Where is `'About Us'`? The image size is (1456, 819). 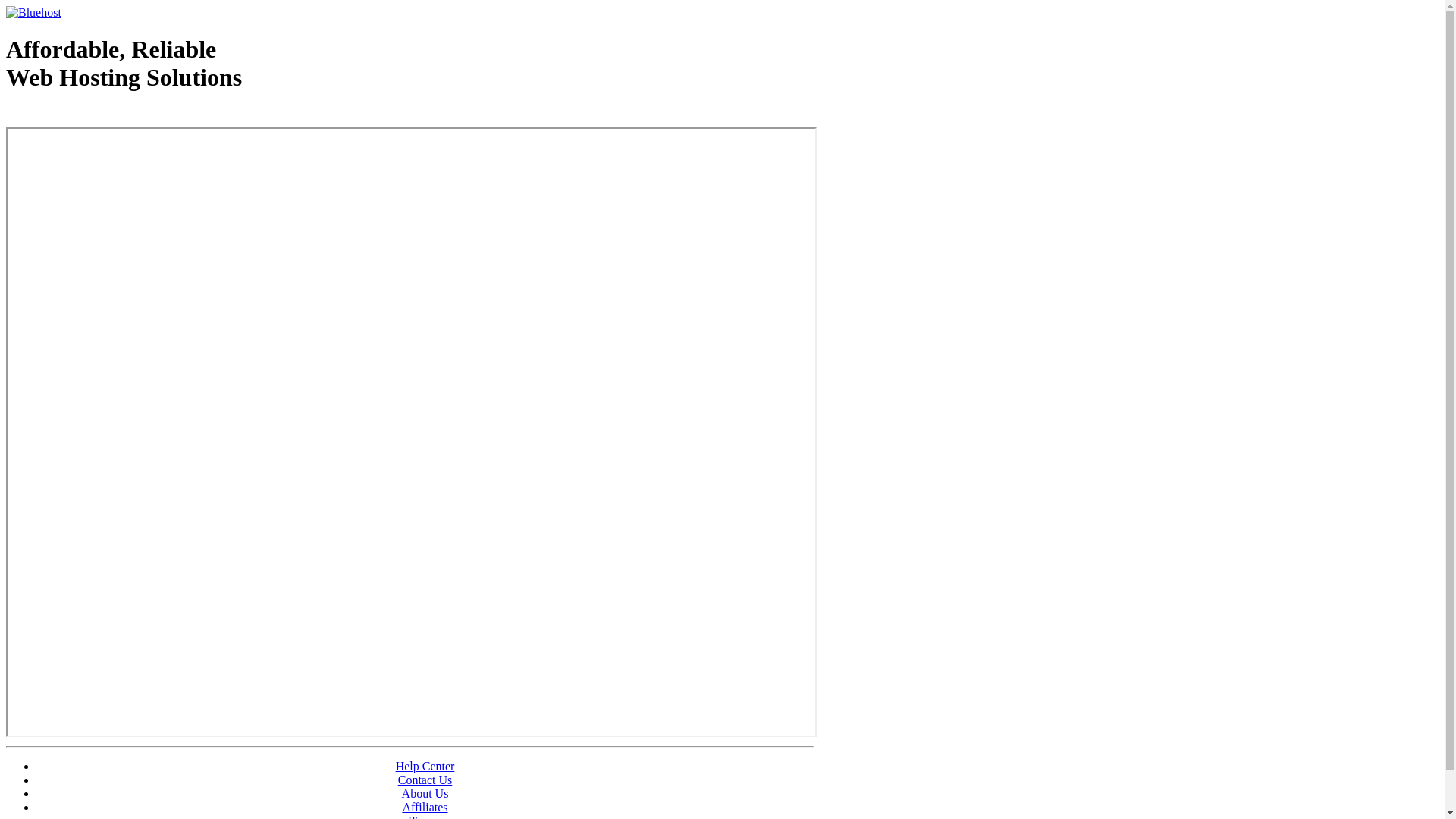
'About Us' is located at coordinates (425, 792).